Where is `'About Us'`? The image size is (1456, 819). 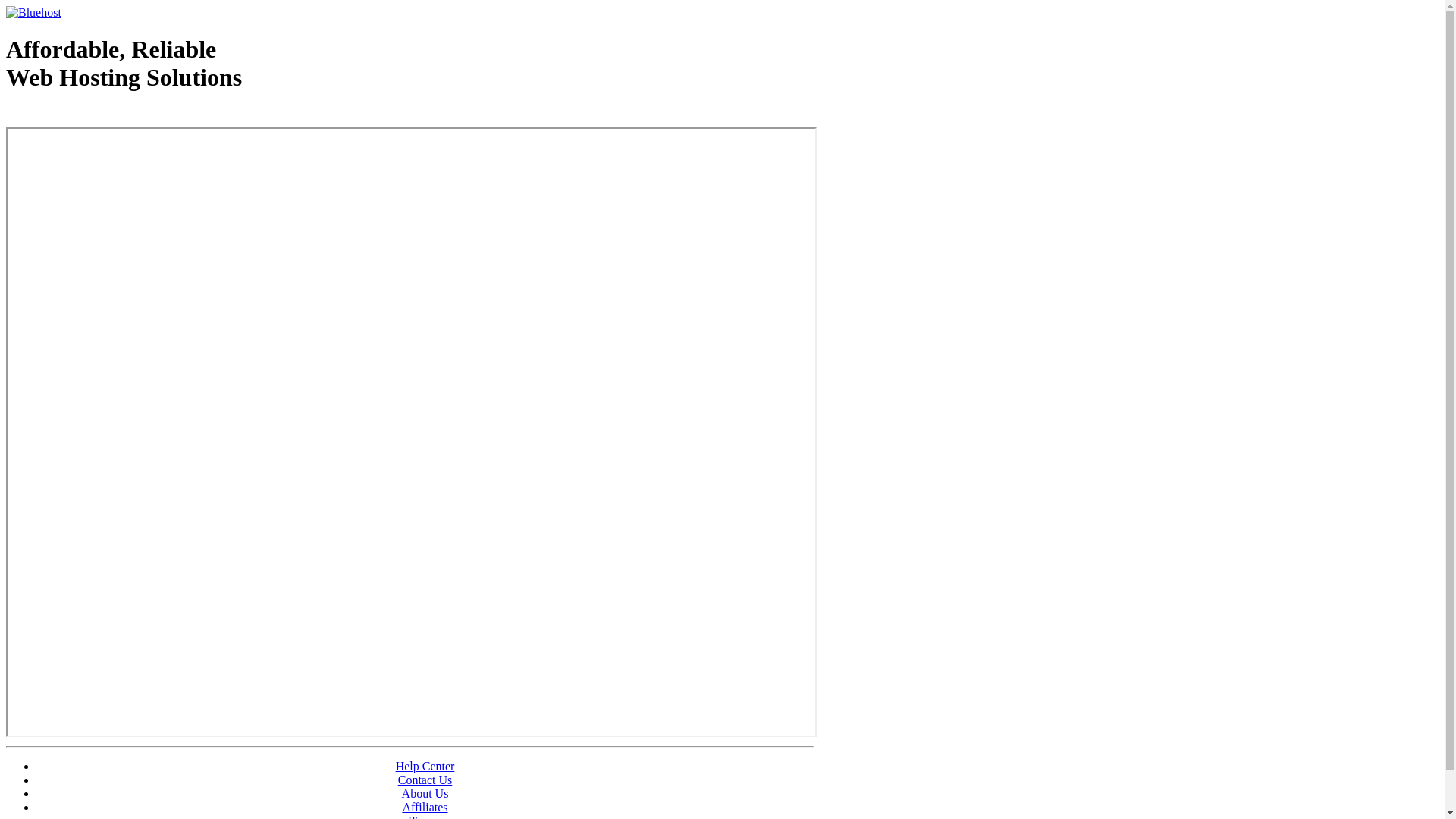
'About Us' is located at coordinates (425, 792).